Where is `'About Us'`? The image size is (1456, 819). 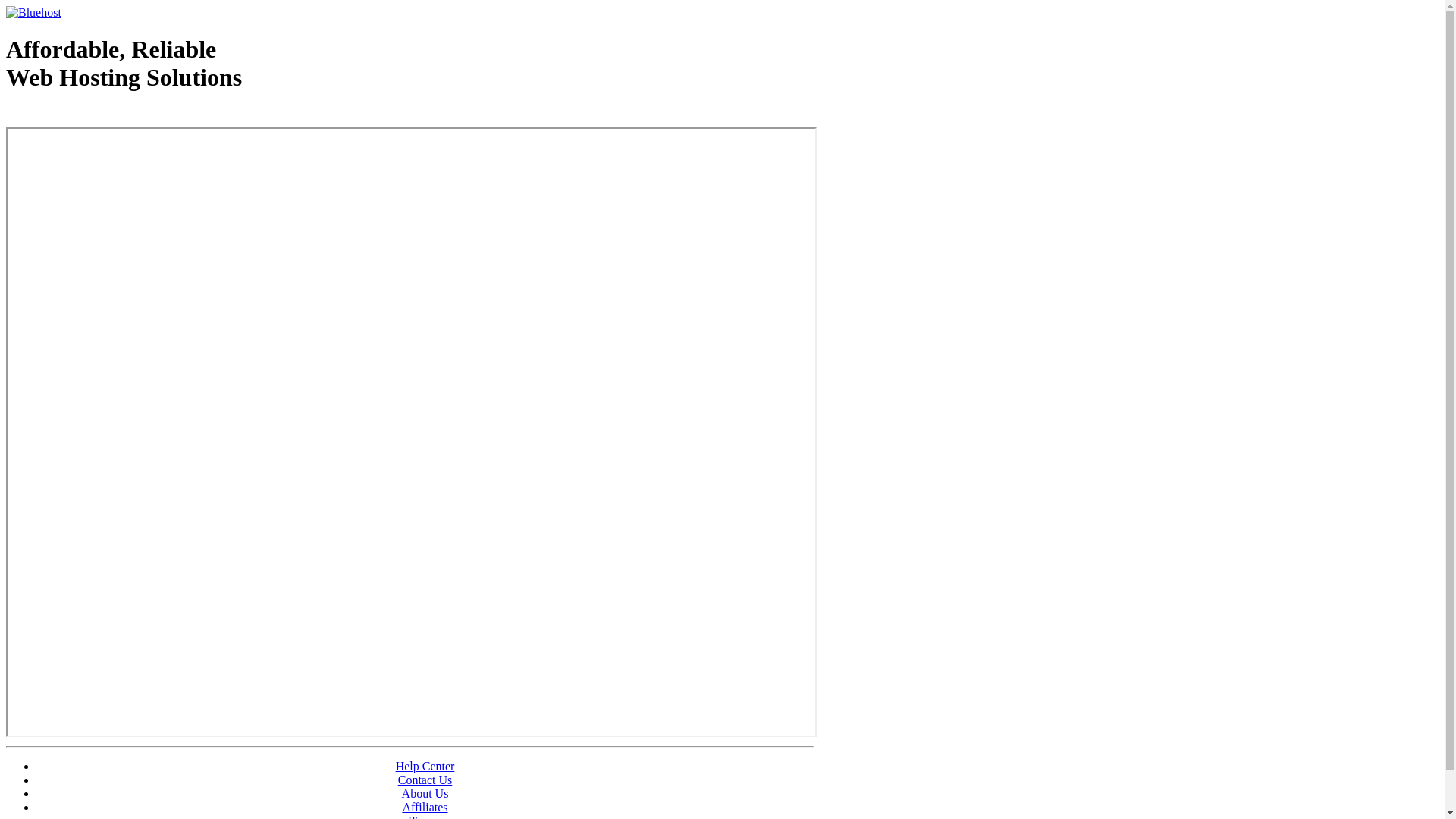
'About Us' is located at coordinates (425, 792).